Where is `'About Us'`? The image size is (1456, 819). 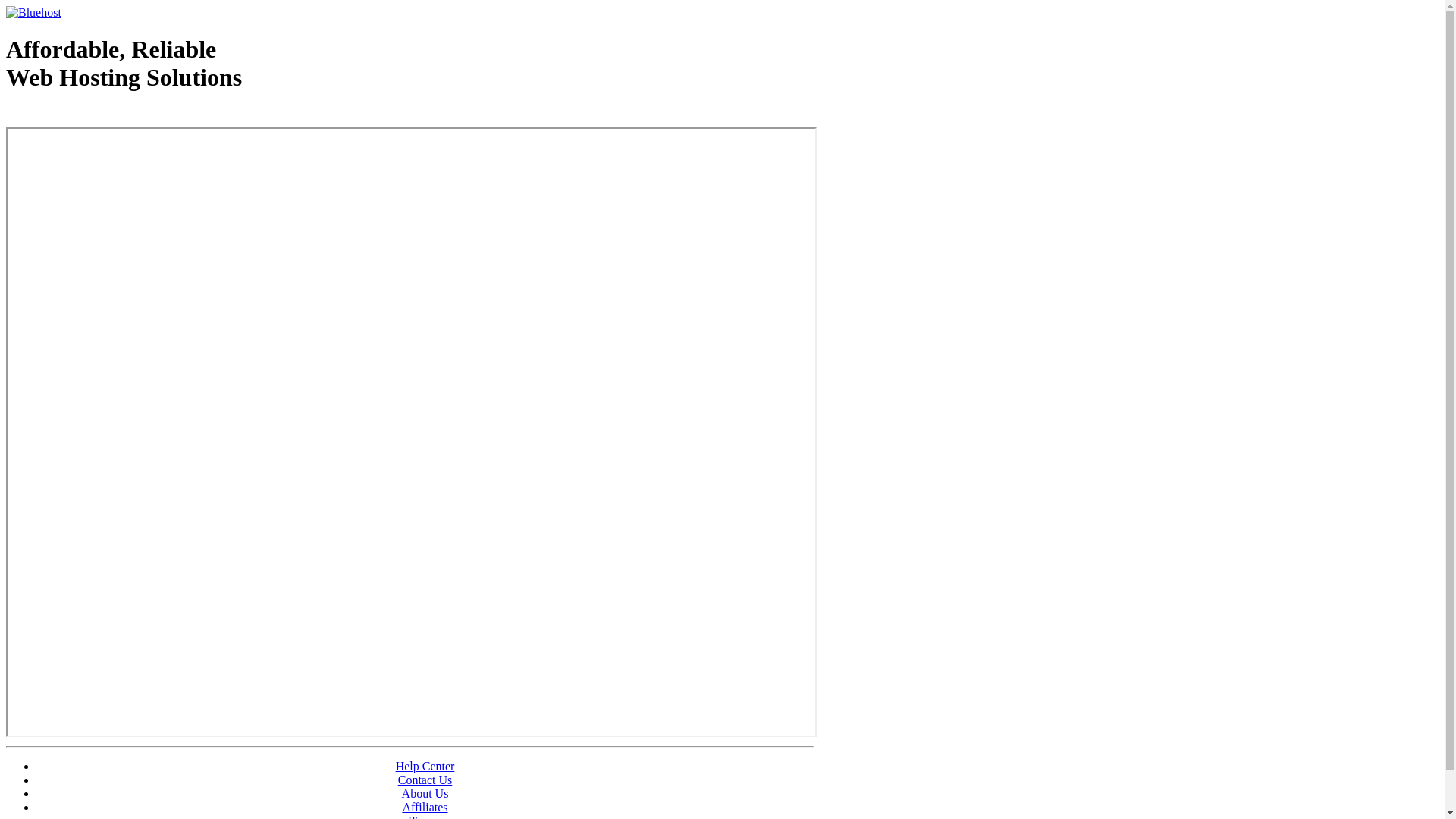
'About Us' is located at coordinates (425, 792).